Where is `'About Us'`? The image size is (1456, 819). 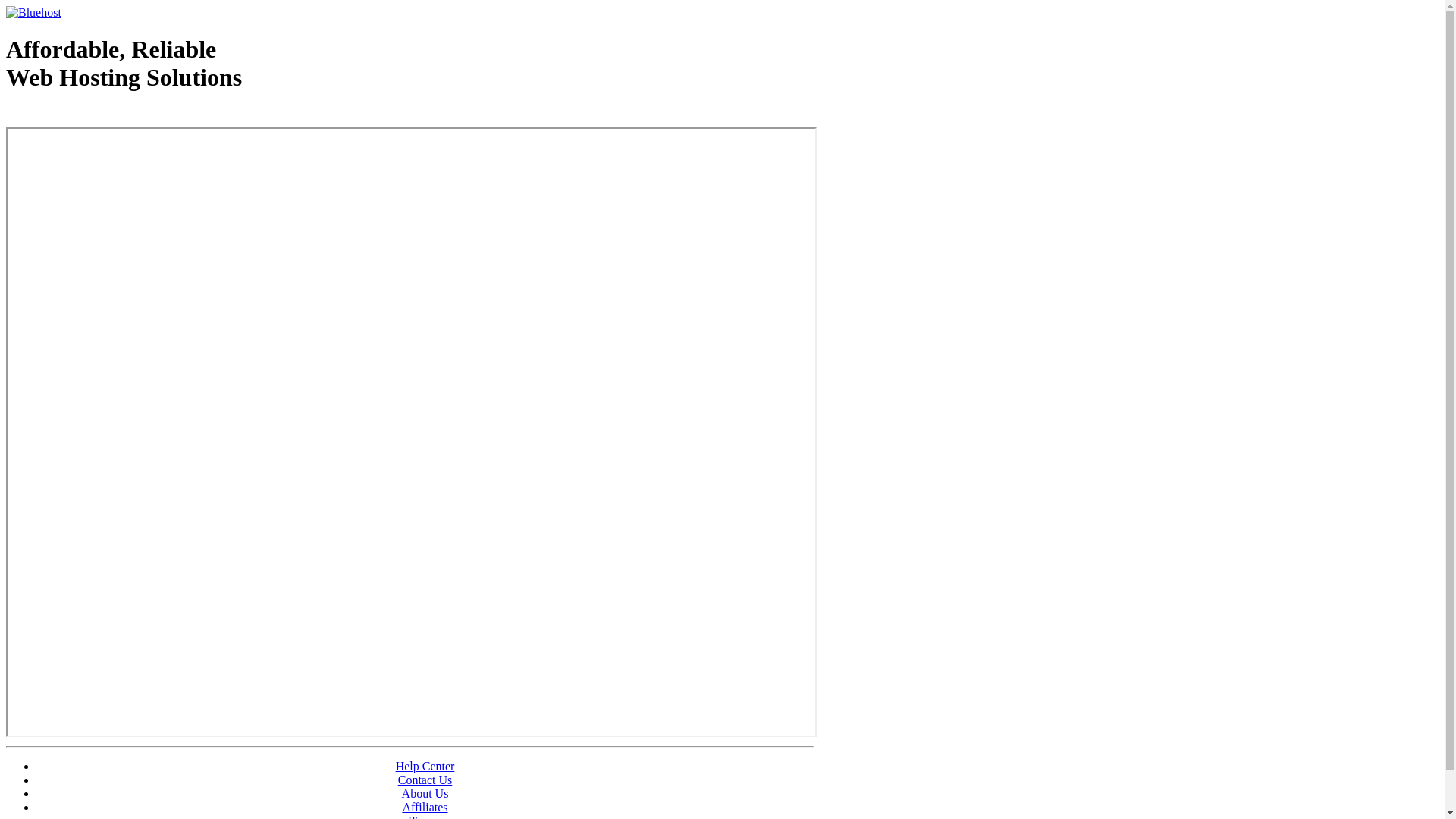
'About Us' is located at coordinates (425, 792).